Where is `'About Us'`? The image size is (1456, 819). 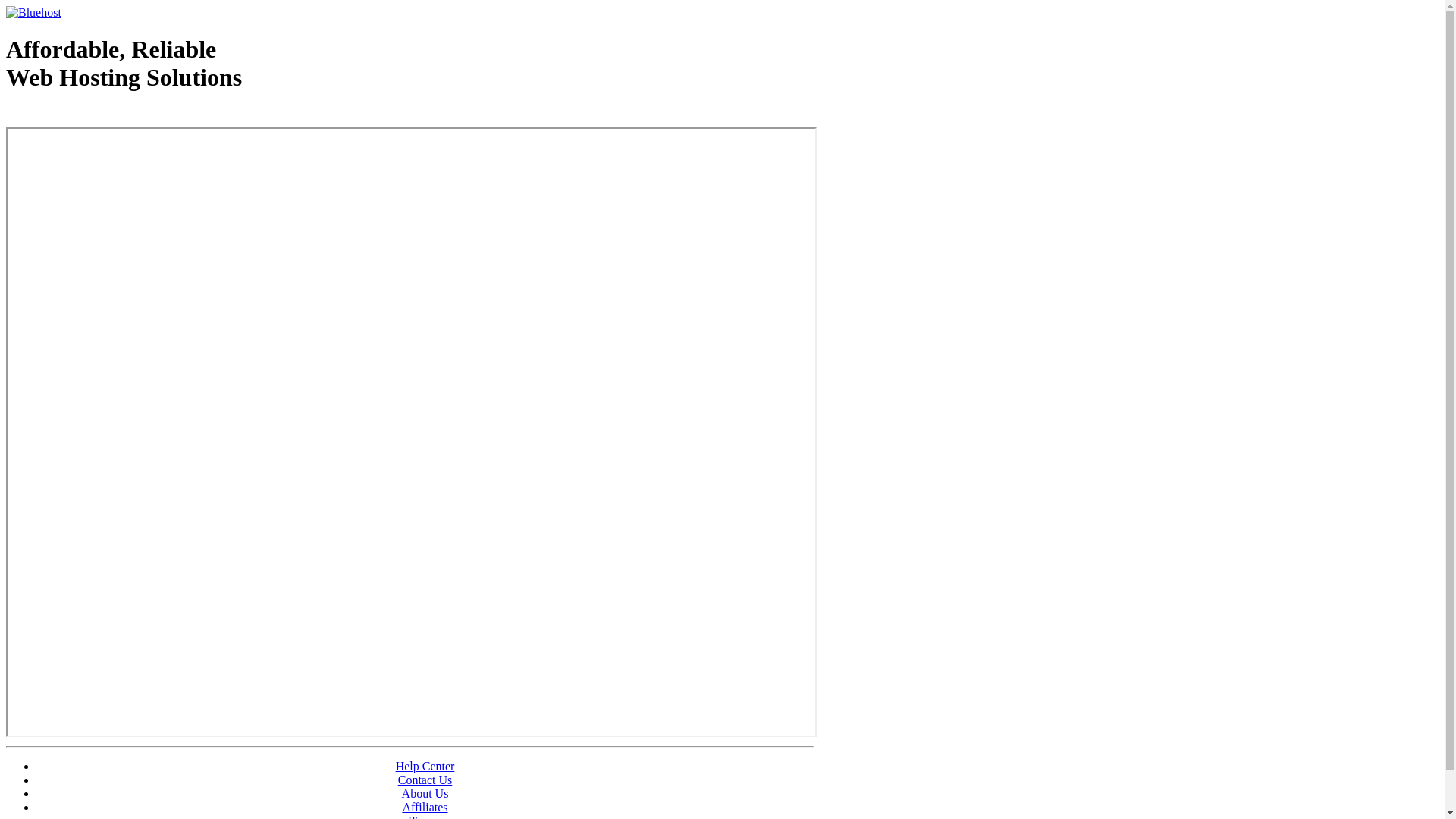
'About Us' is located at coordinates (425, 792).